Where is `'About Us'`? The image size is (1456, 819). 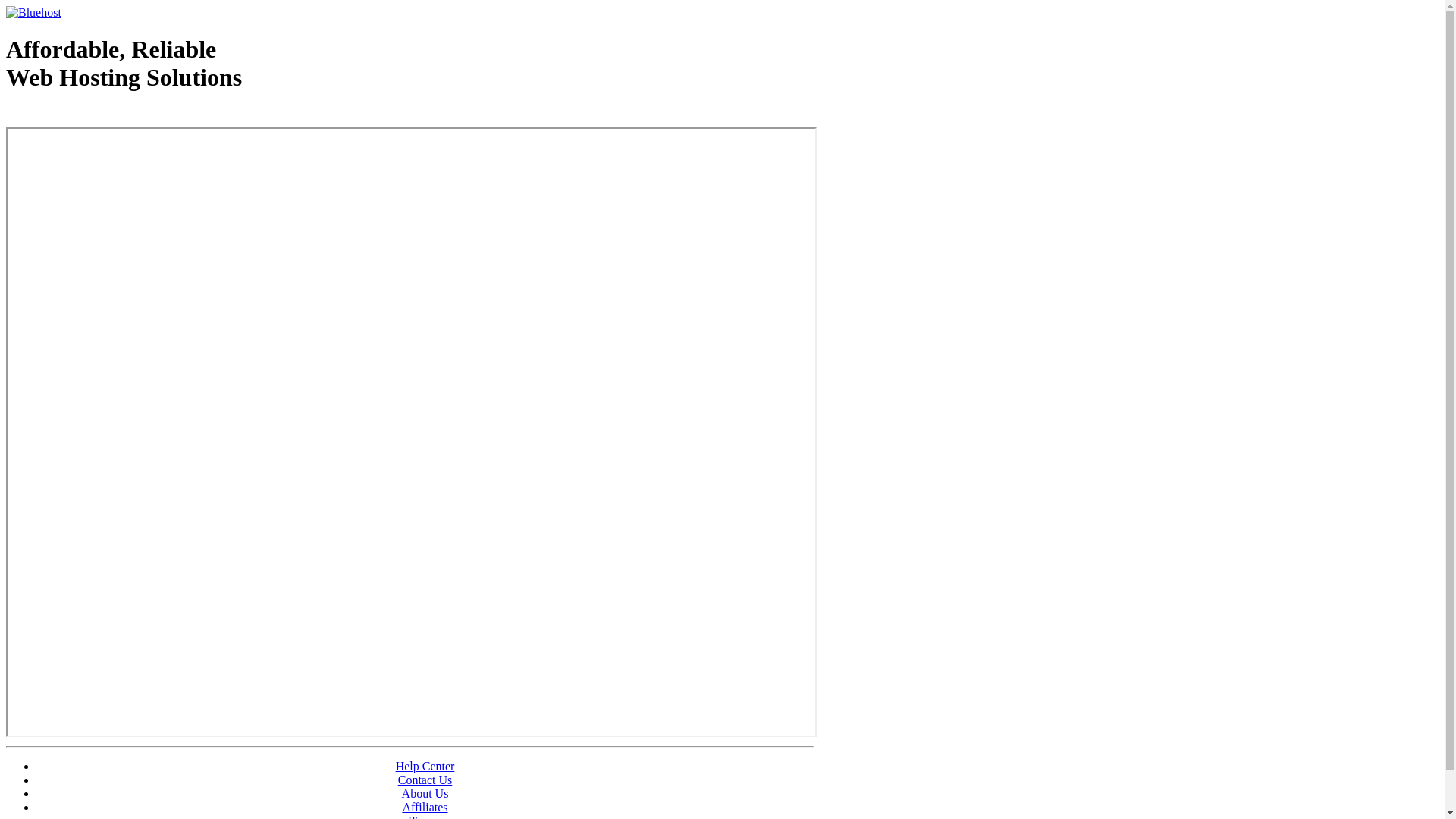
'About Us' is located at coordinates (425, 792).